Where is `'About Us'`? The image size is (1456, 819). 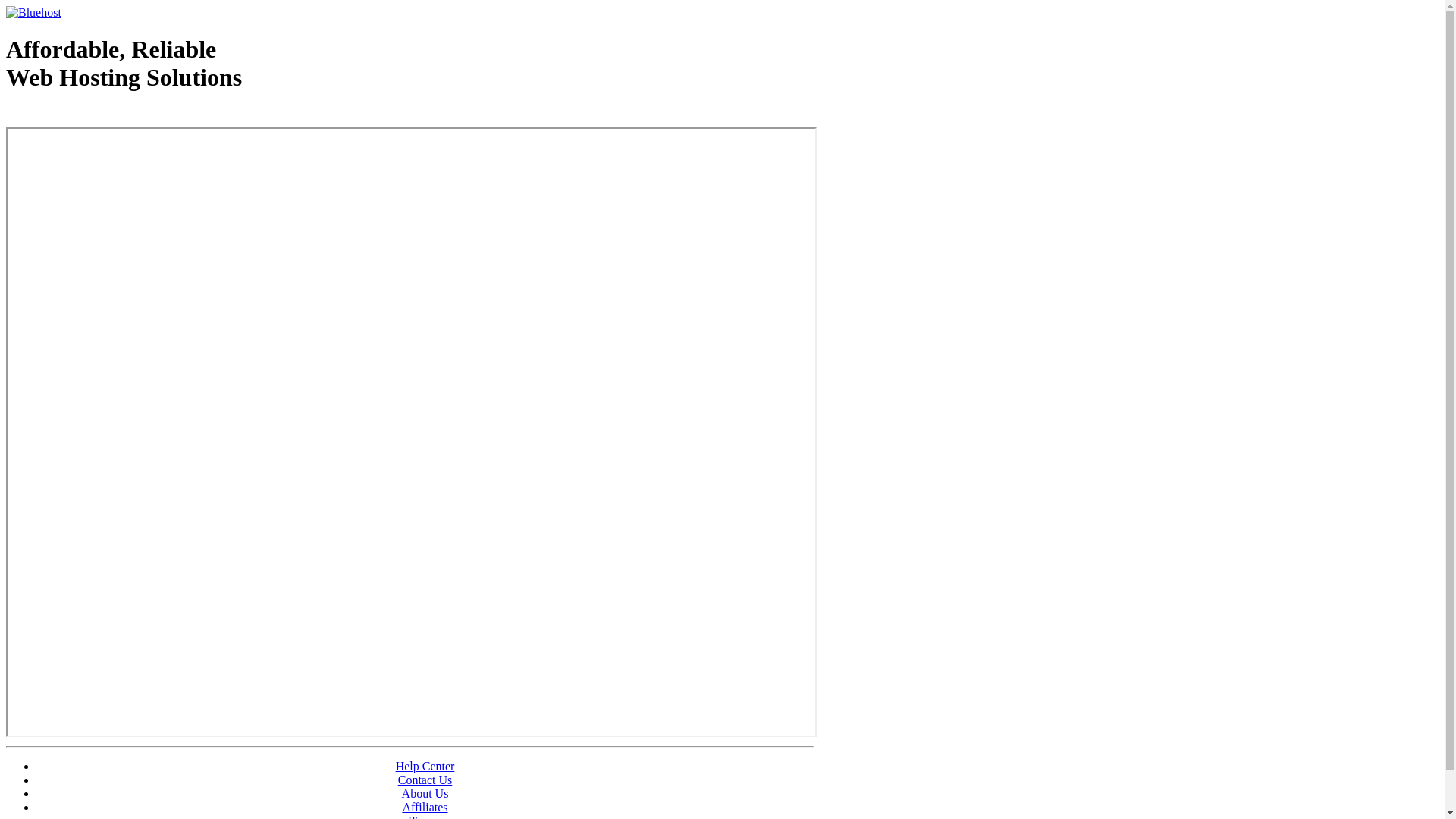
'About Us' is located at coordinates (425, 792).